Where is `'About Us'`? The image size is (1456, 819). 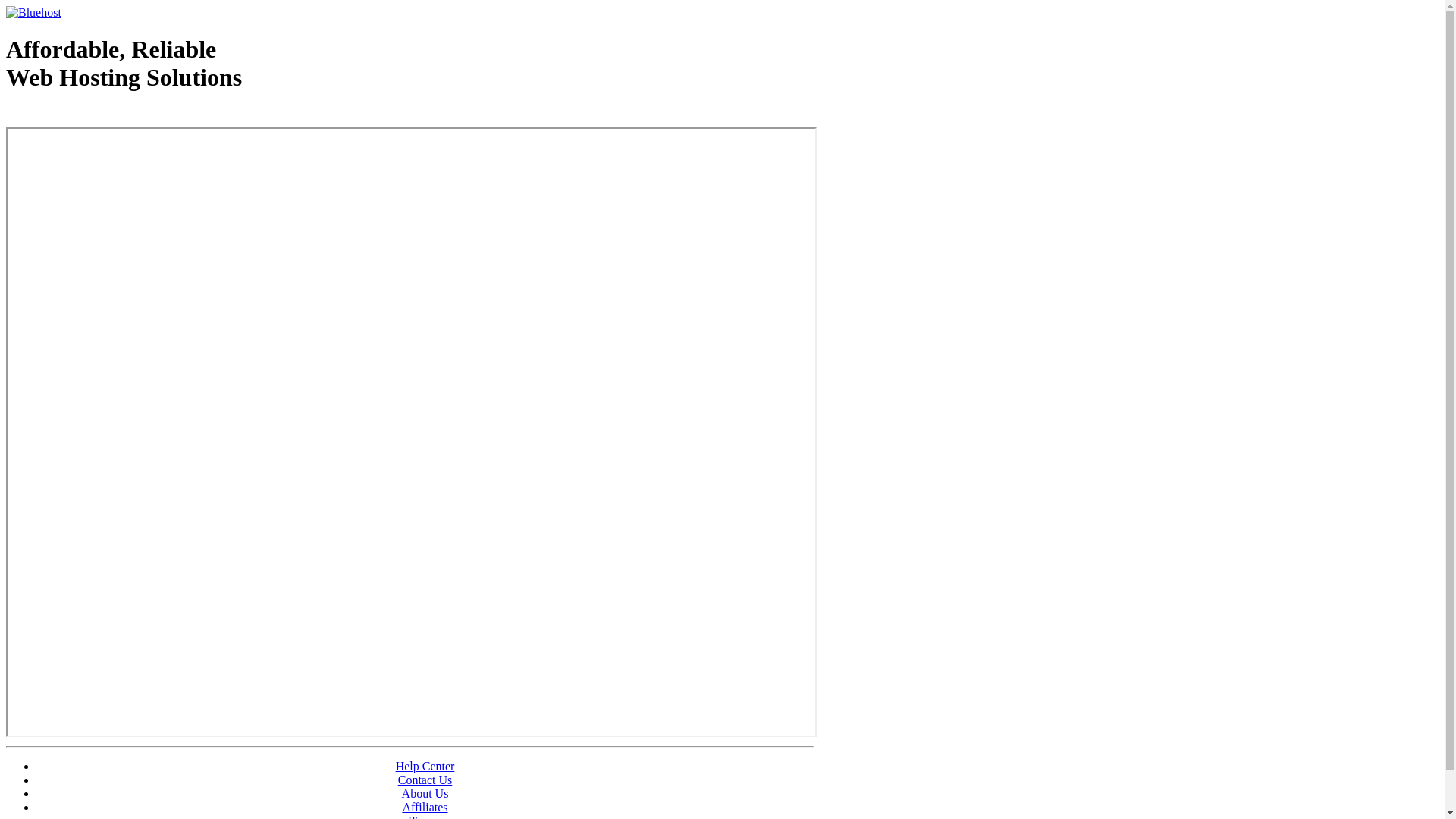
'About Us' is located at coordinates (425, 792).